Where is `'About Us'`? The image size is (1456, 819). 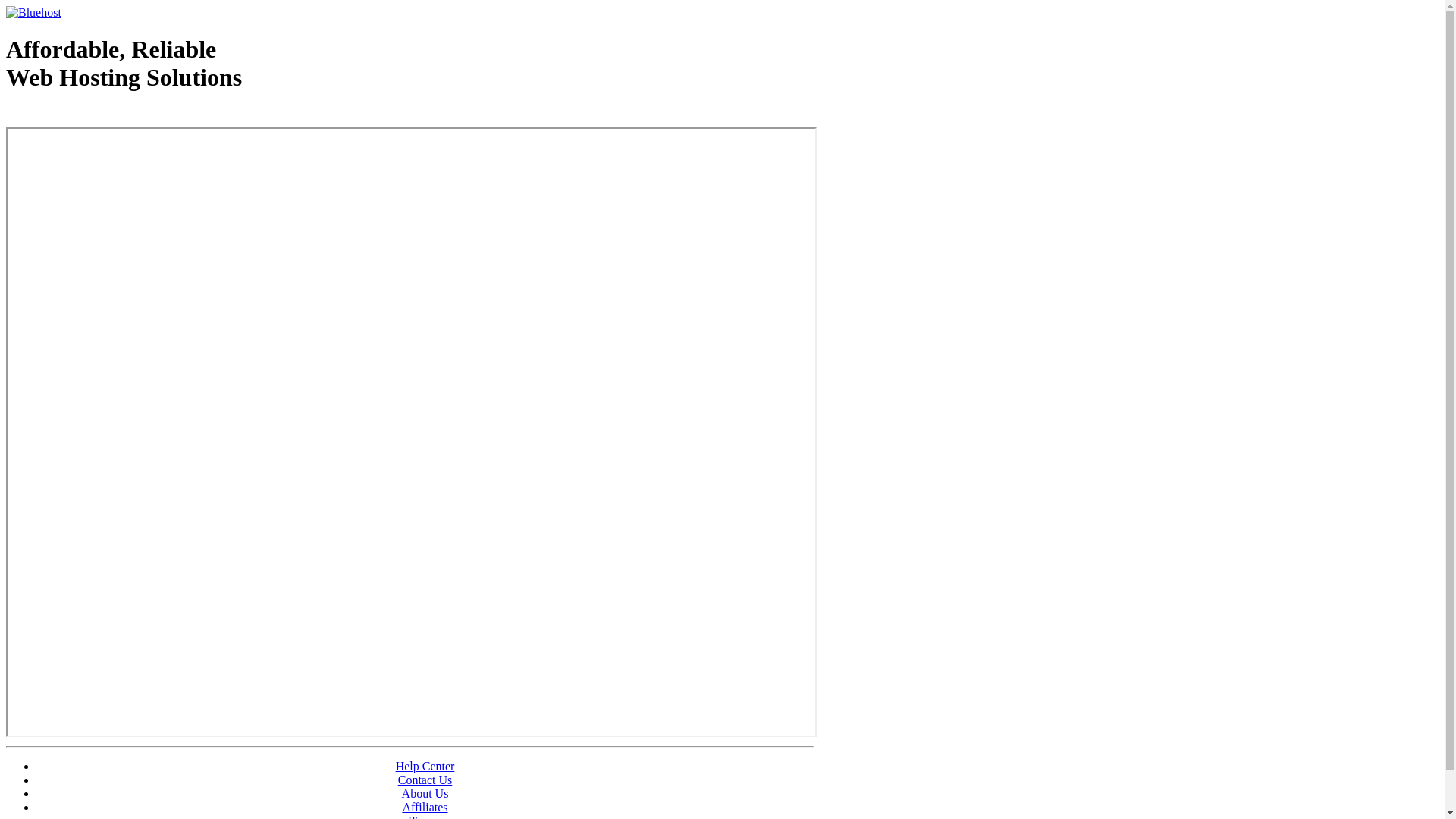
'About Us' is located at coordinates (425, 792).